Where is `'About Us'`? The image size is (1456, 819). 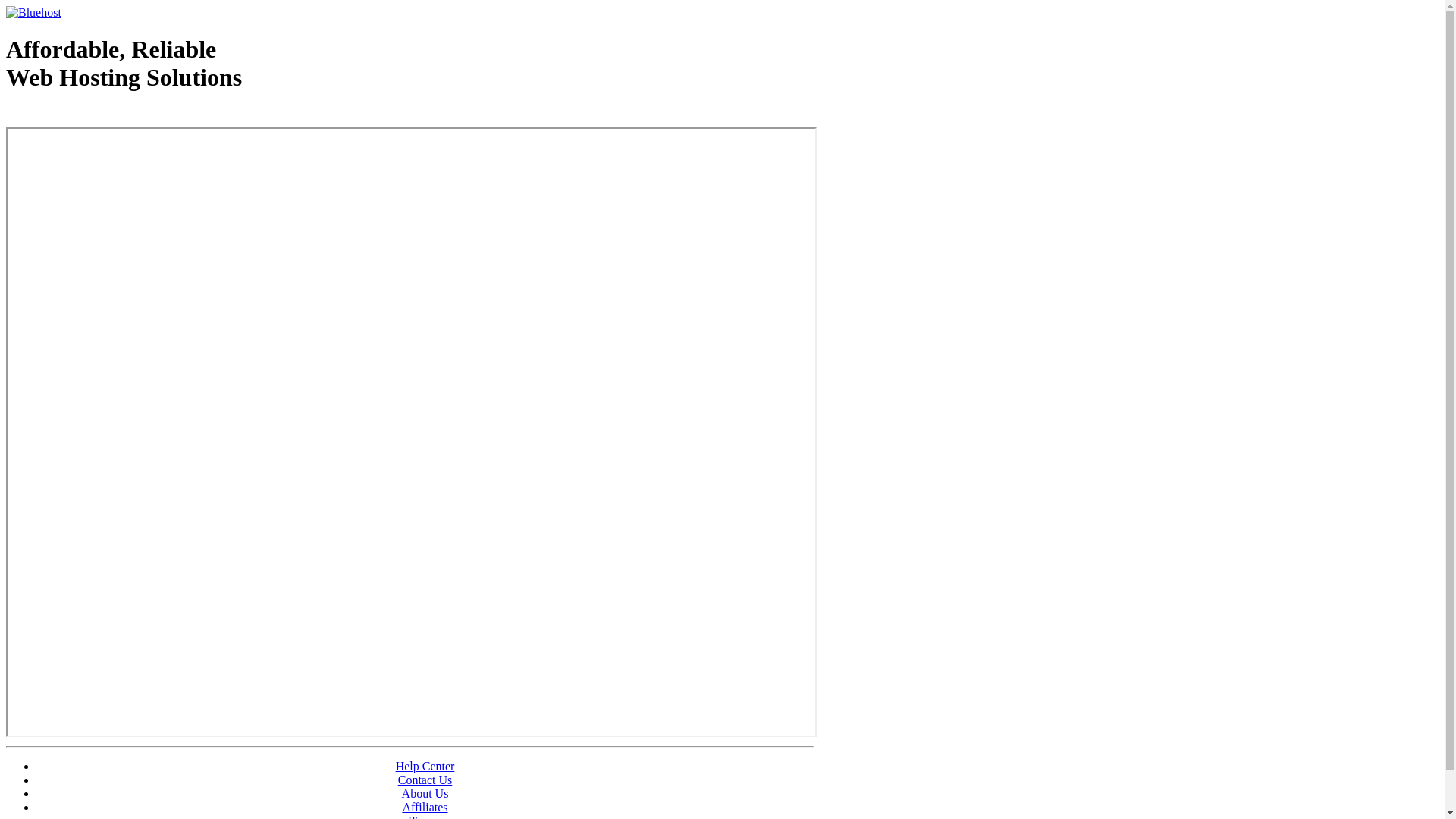
'About Us' is located at coordinates (425, 792).